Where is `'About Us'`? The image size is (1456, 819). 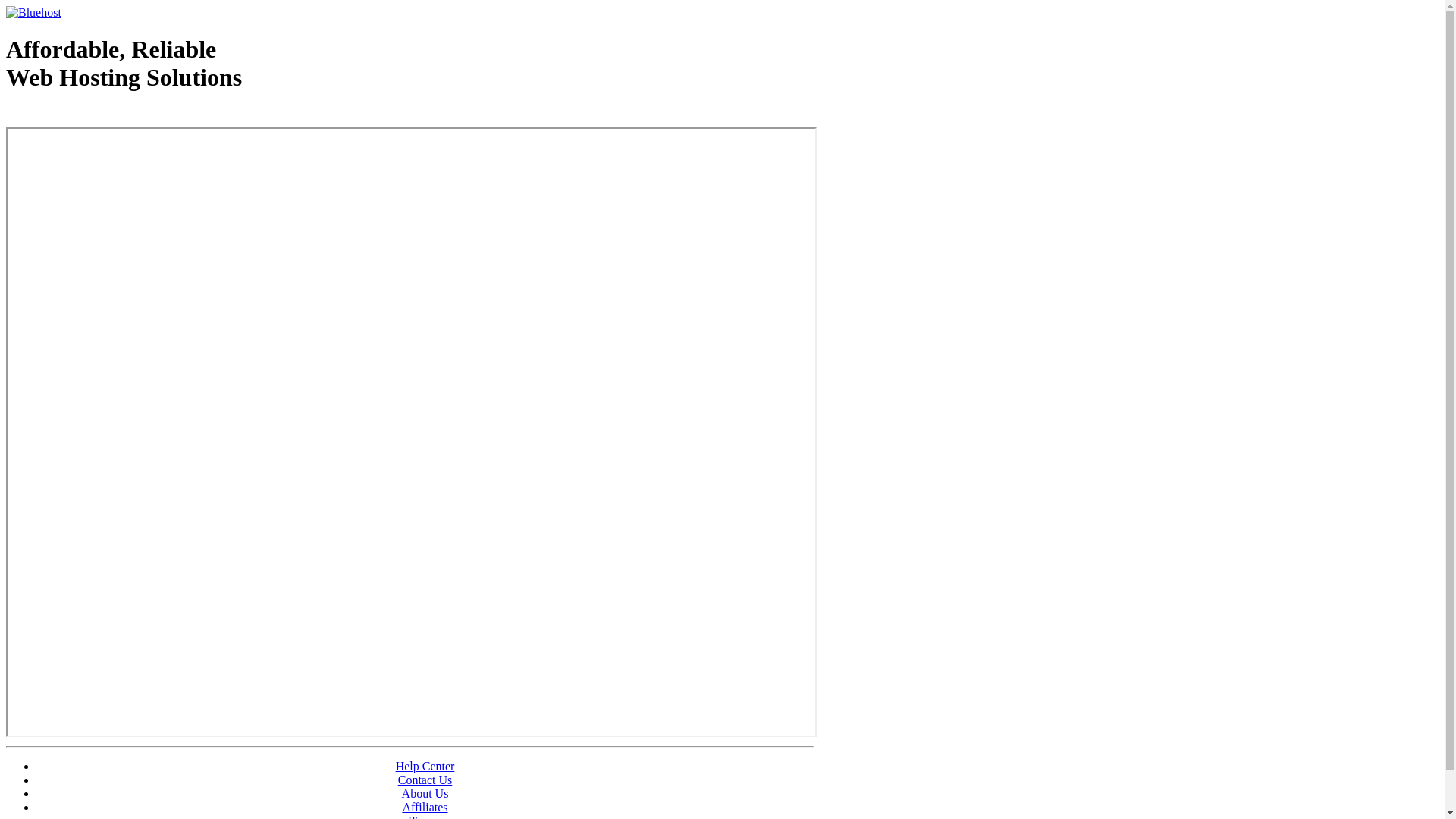
'About Us' is located at coordinates (425, 792).